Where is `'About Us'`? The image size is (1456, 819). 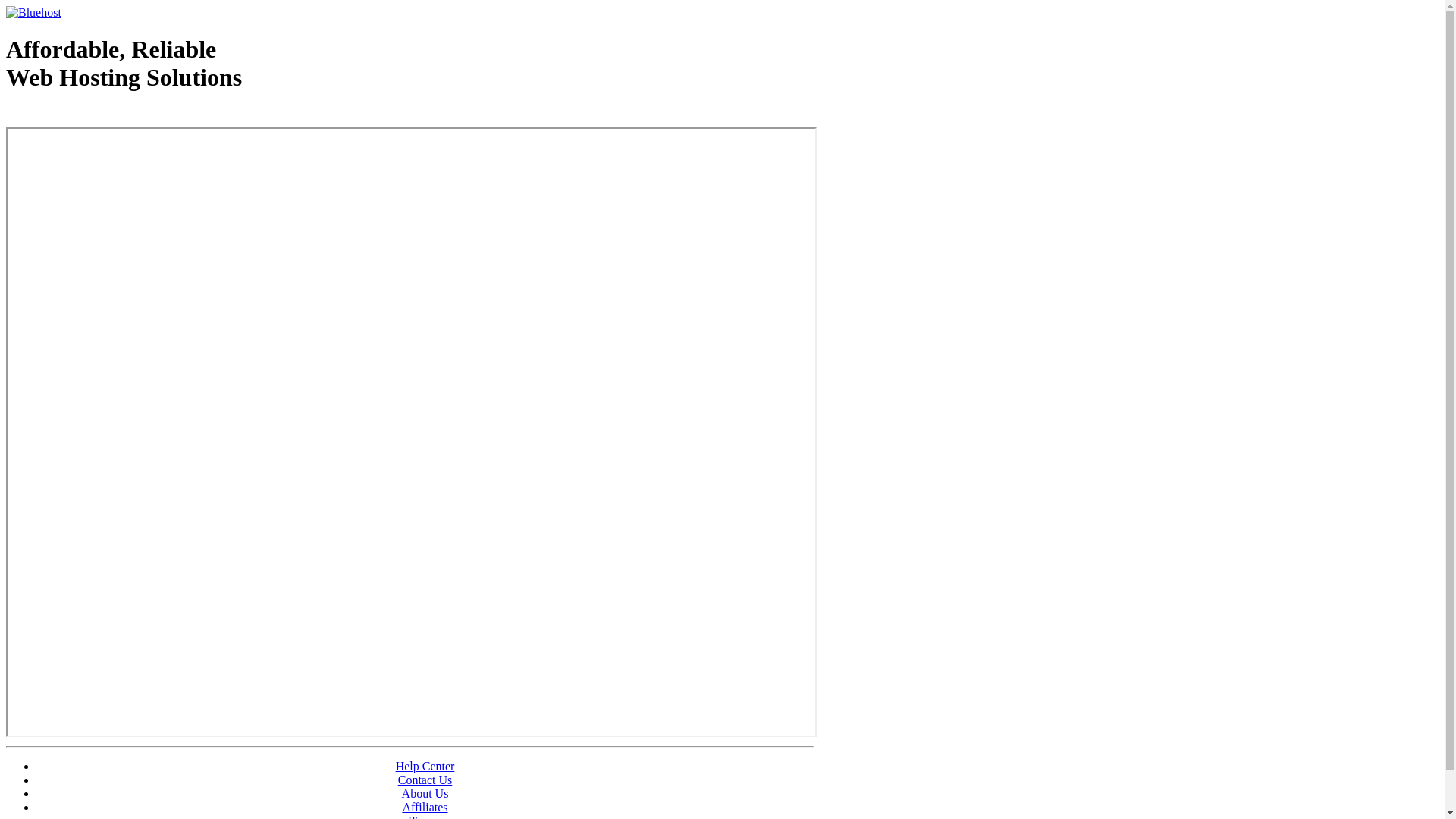
'About Us' is located at coordinates (425, 792).